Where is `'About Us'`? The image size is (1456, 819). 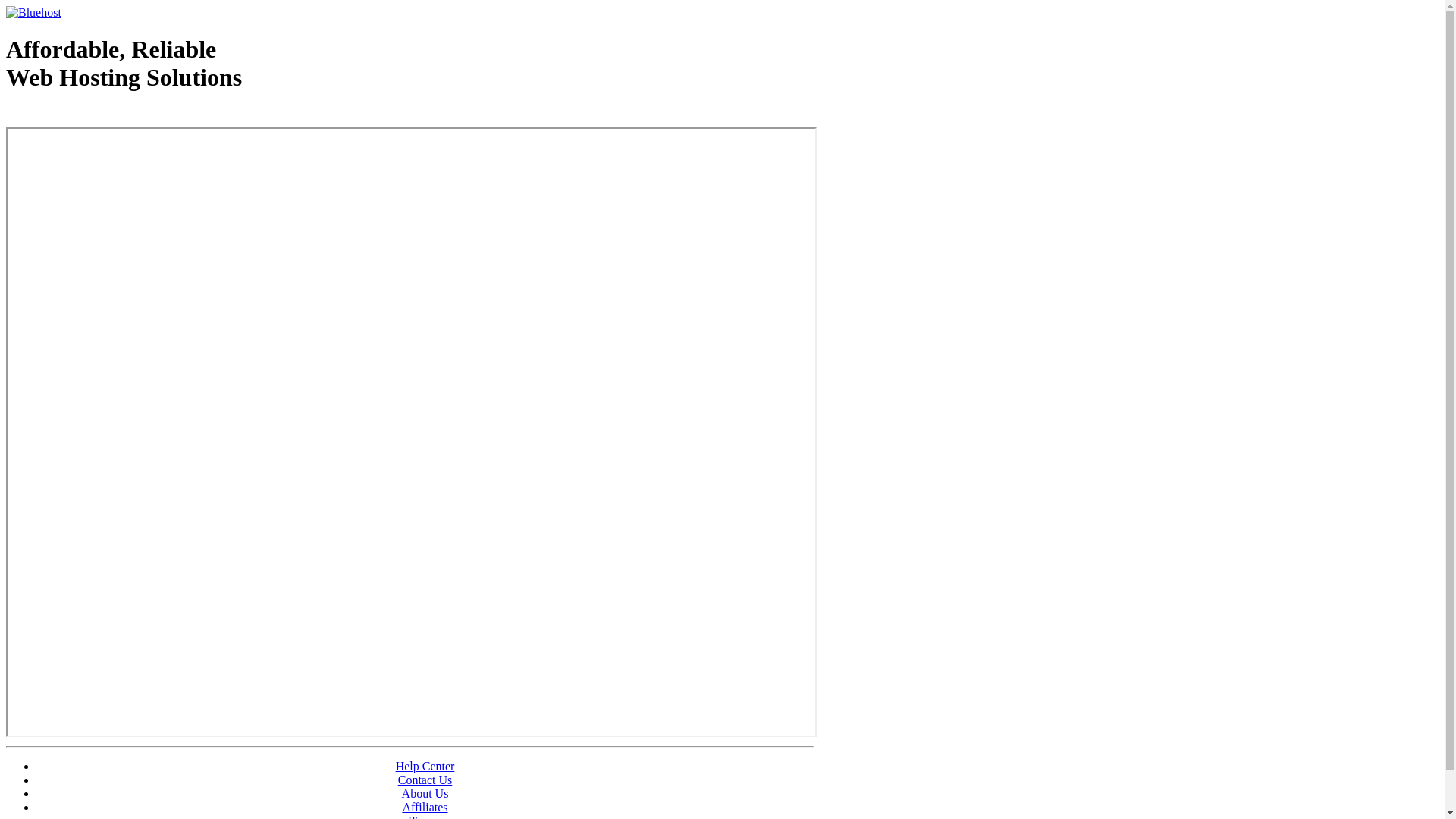
'About Us' is located at coordinates (425, 792).